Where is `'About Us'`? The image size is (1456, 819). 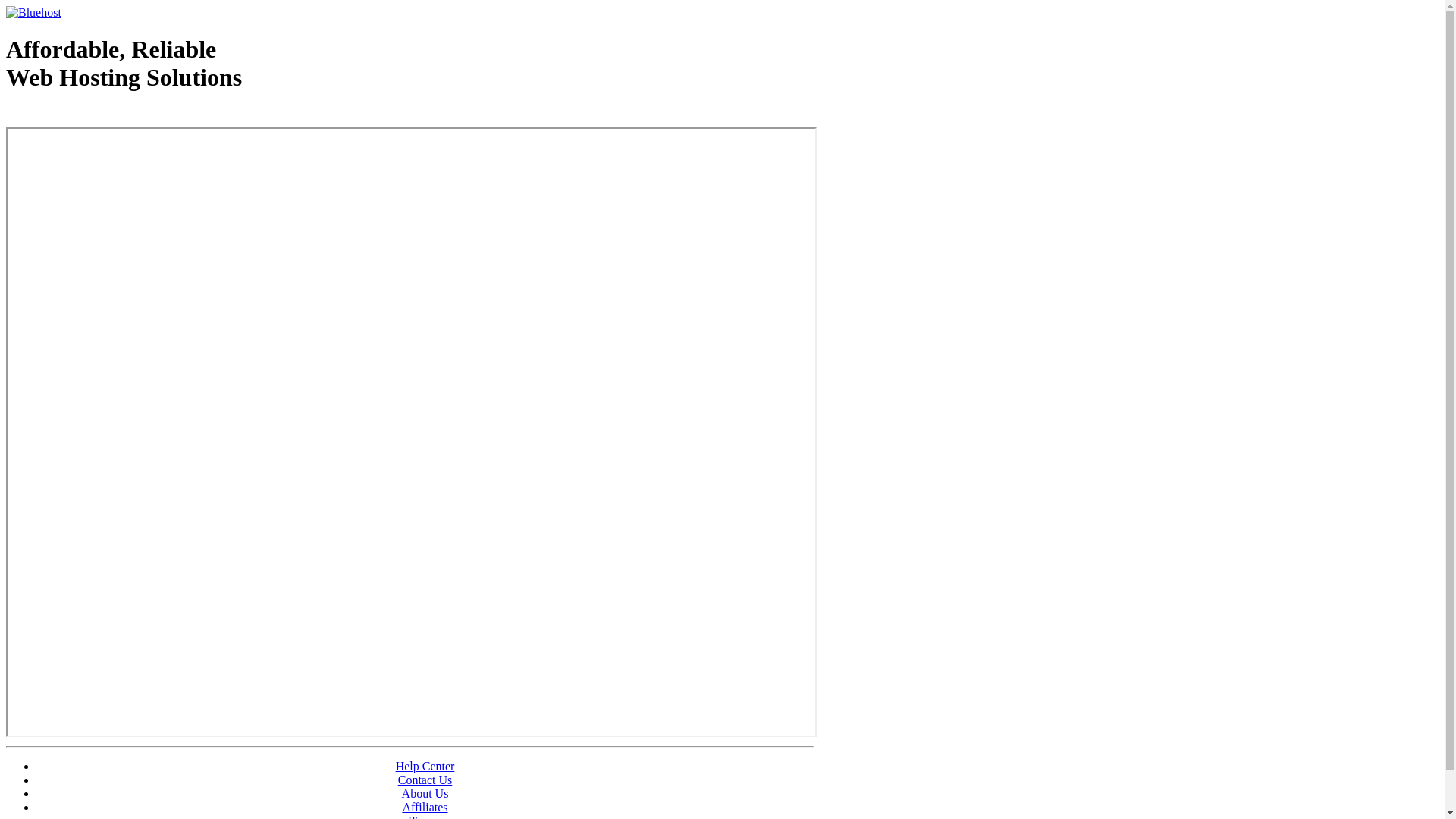
'About Us' is located at coordinates (425, 792).